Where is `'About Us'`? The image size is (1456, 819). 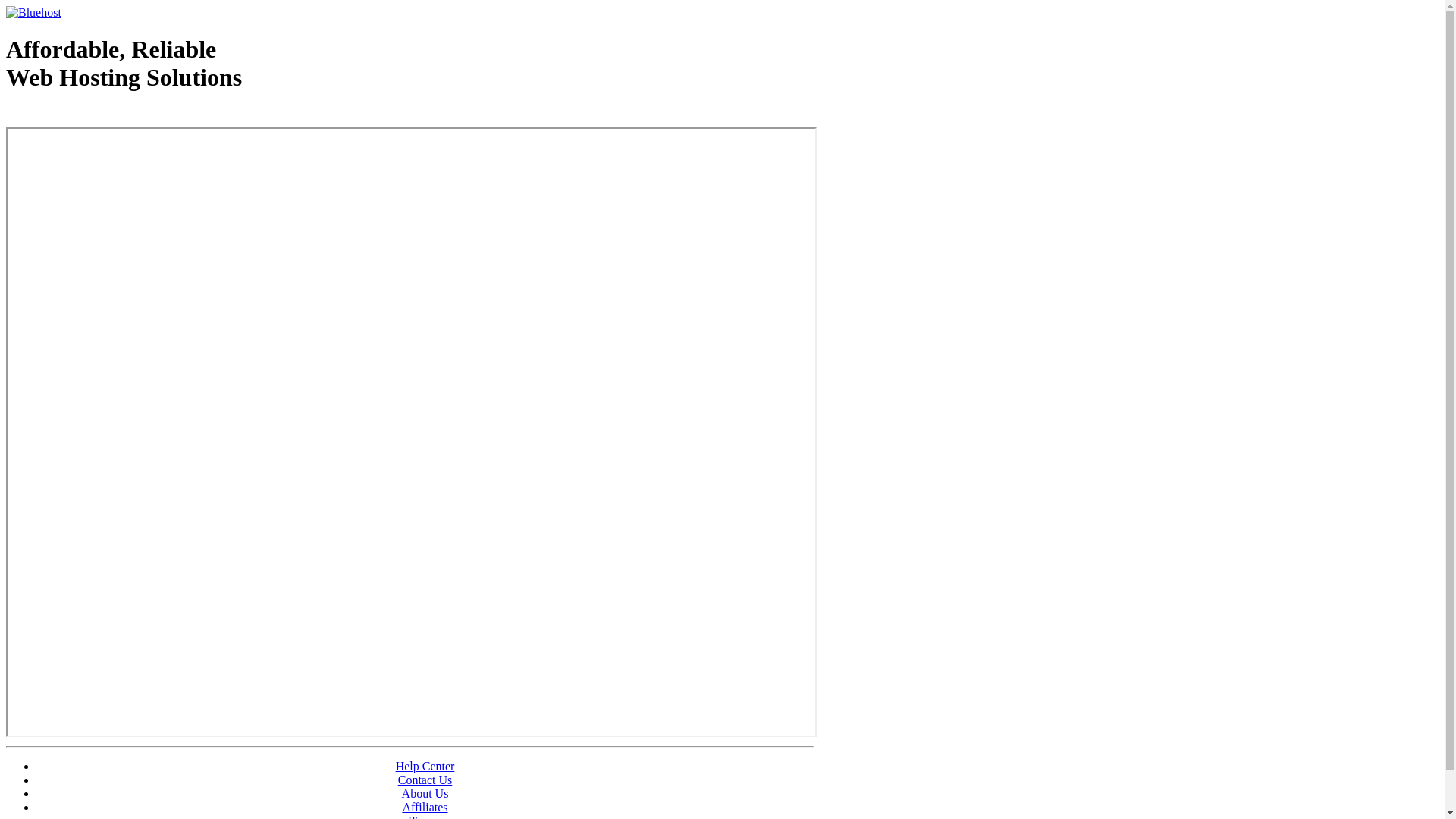
'About Us' is located at coordinates (425, 792).